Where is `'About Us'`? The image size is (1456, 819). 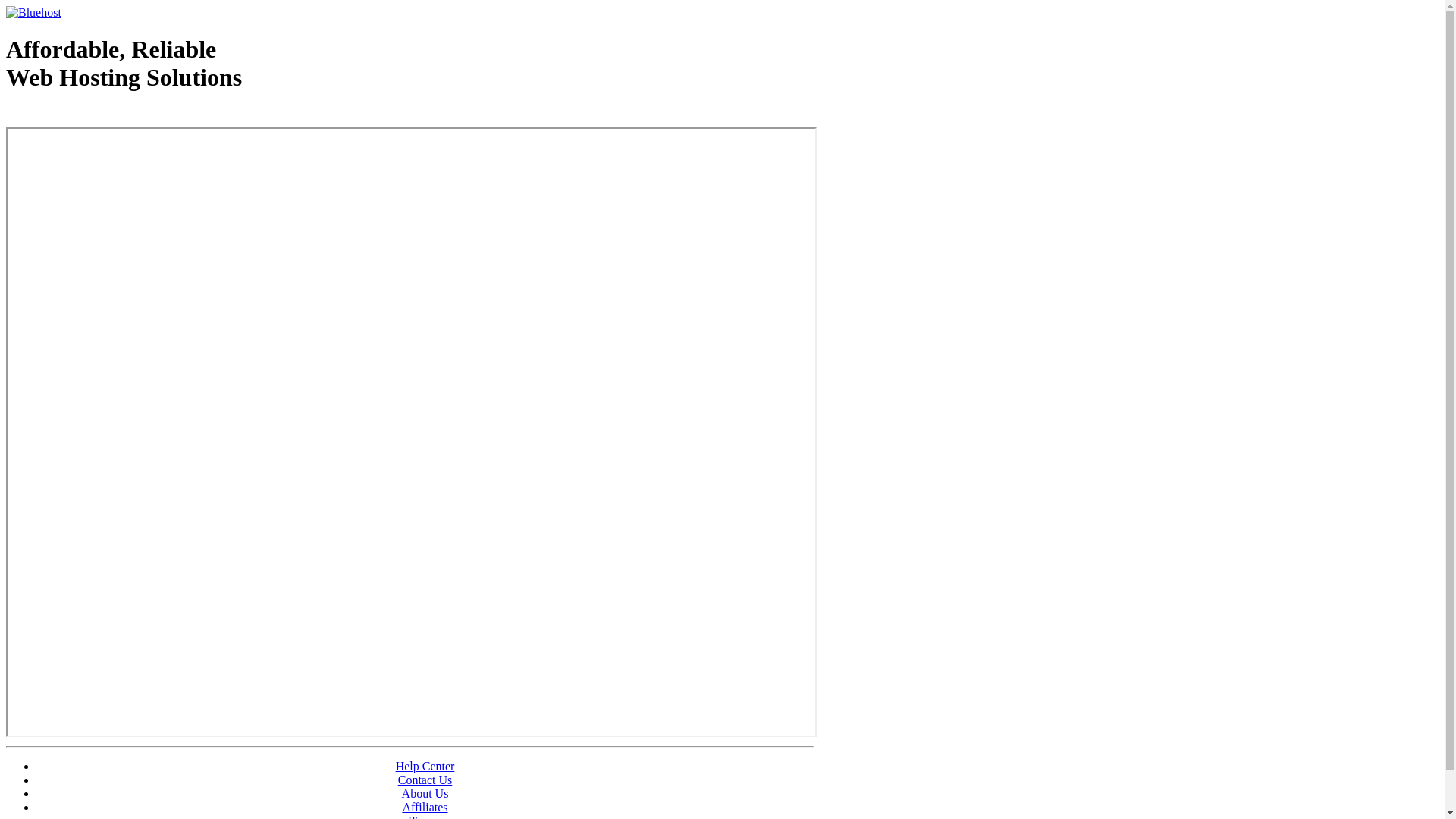
'About Us' is located at coordinates (425, 792).